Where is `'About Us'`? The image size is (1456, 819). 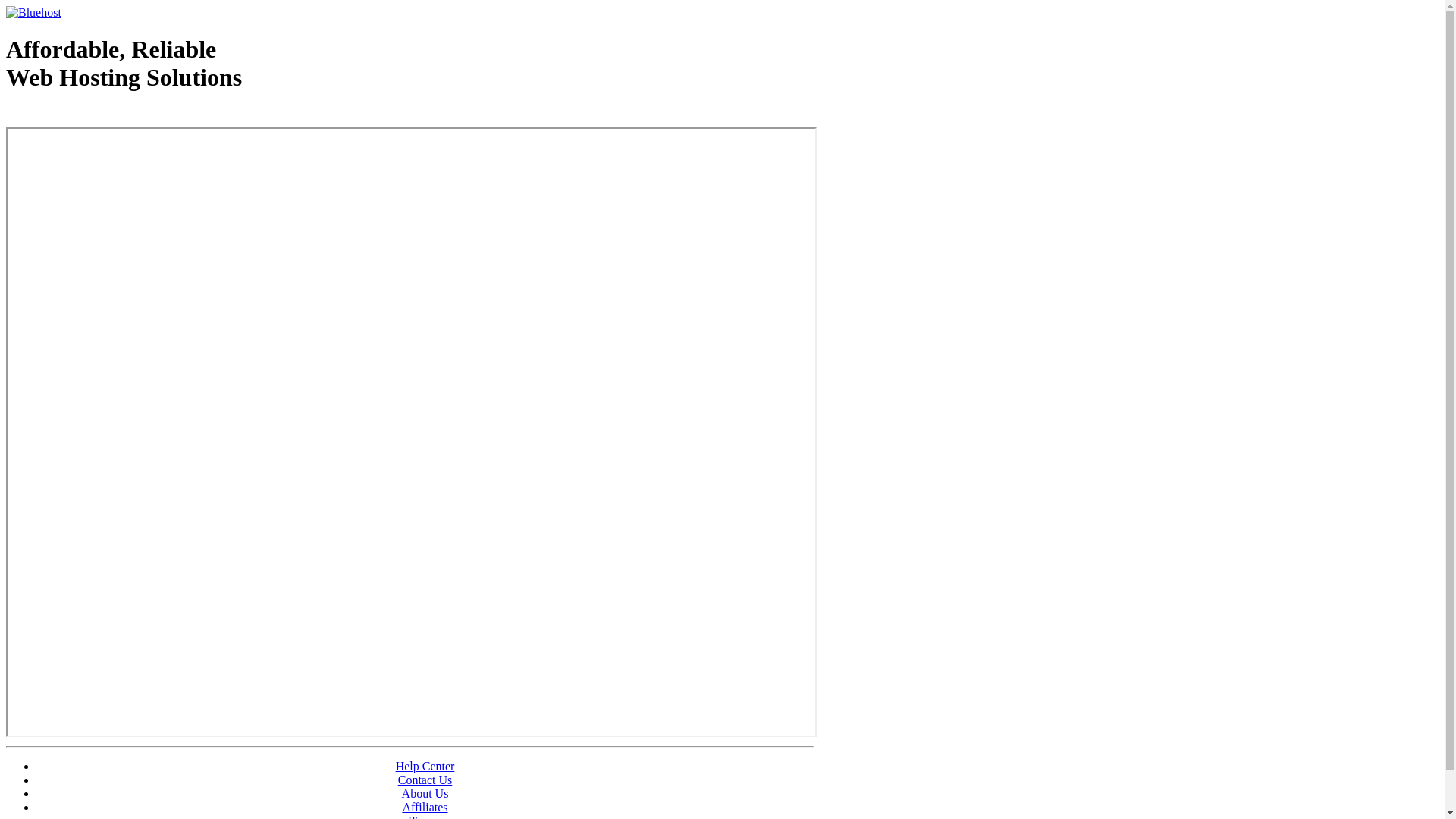
'About Us' is located at coordinates (425, 792).